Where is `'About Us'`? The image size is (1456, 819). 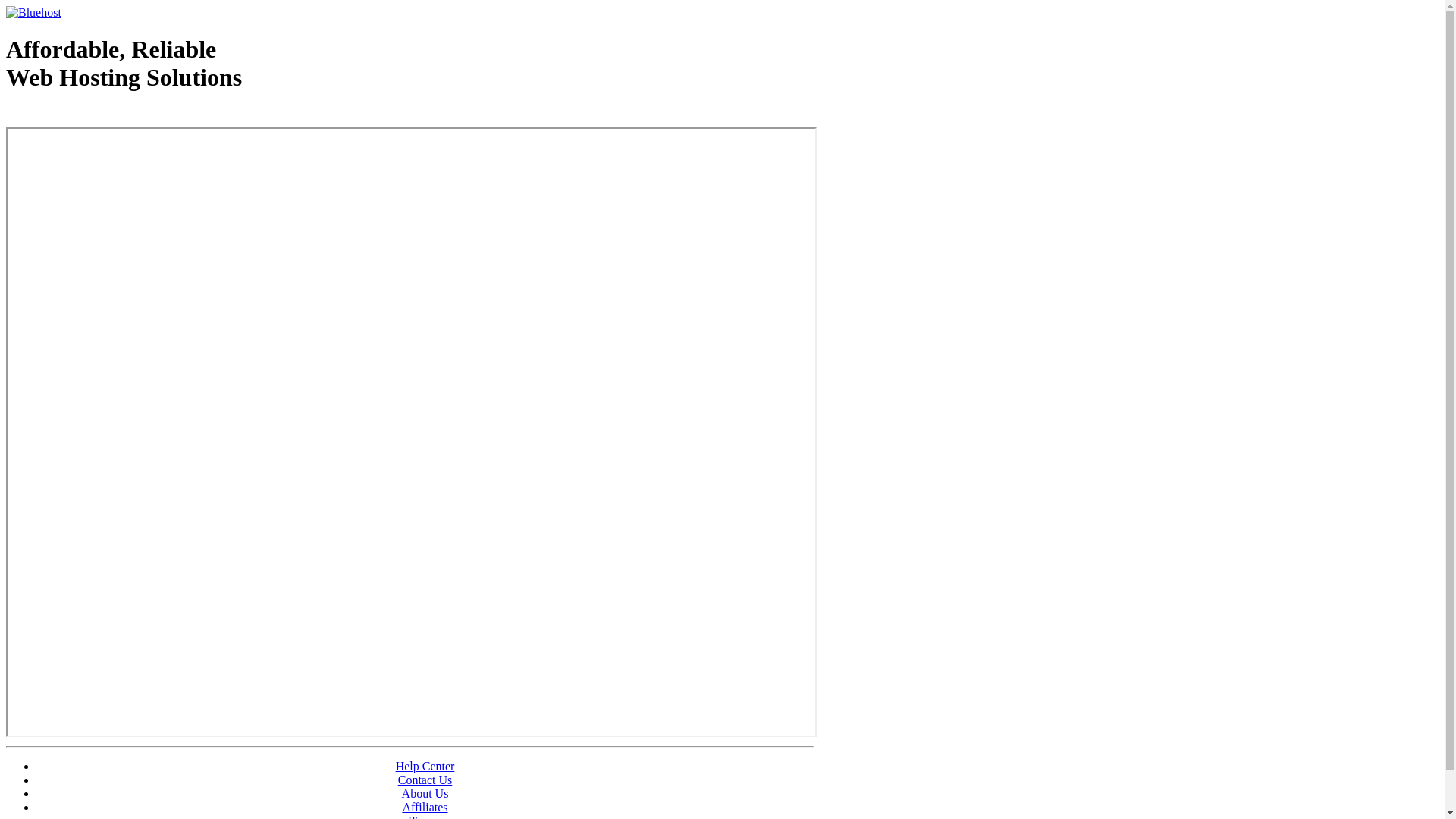
'About Us' is located at coordinates (425, 792).